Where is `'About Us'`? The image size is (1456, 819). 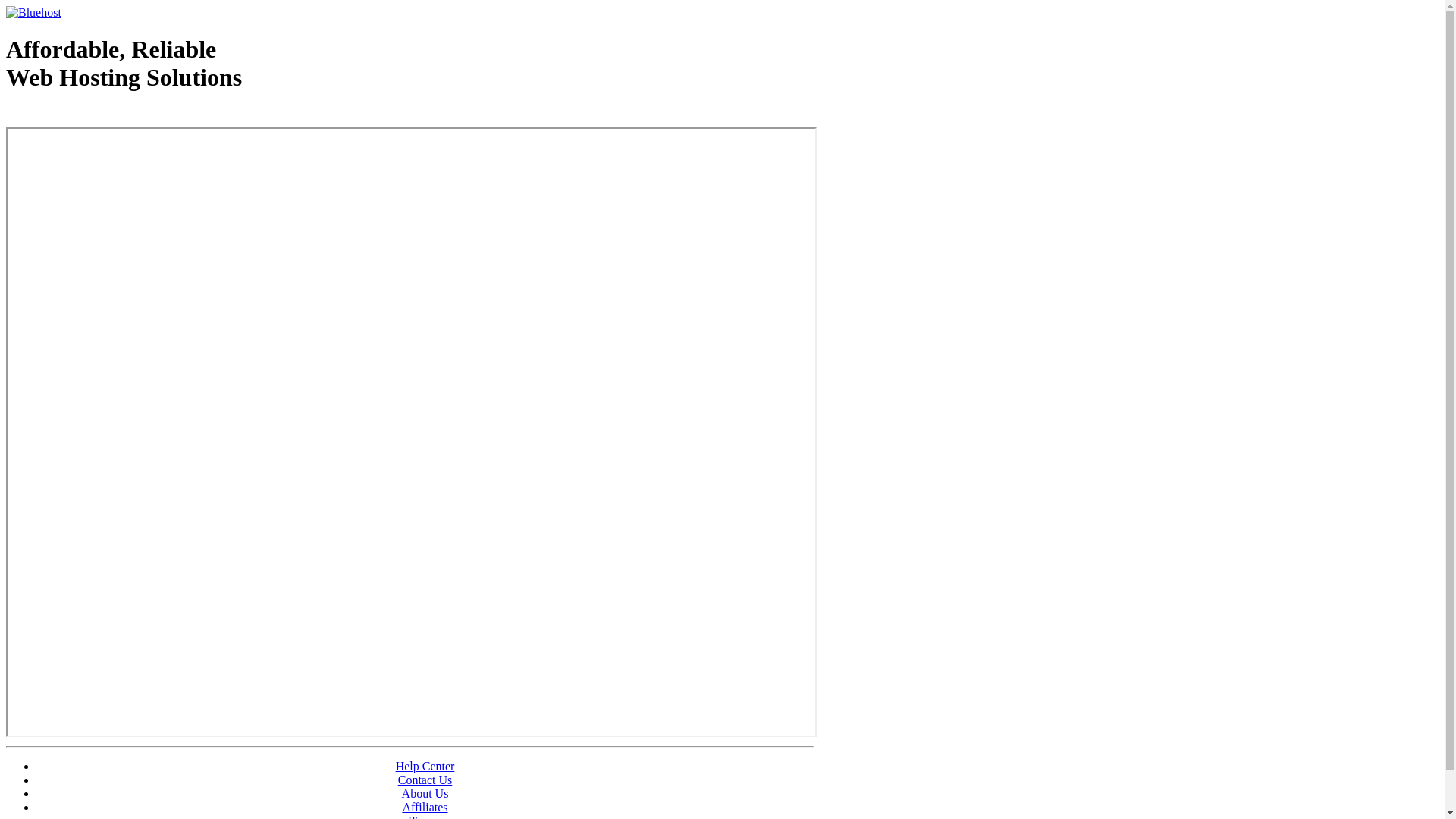
'About Us' is located at coordinates (425, 792).